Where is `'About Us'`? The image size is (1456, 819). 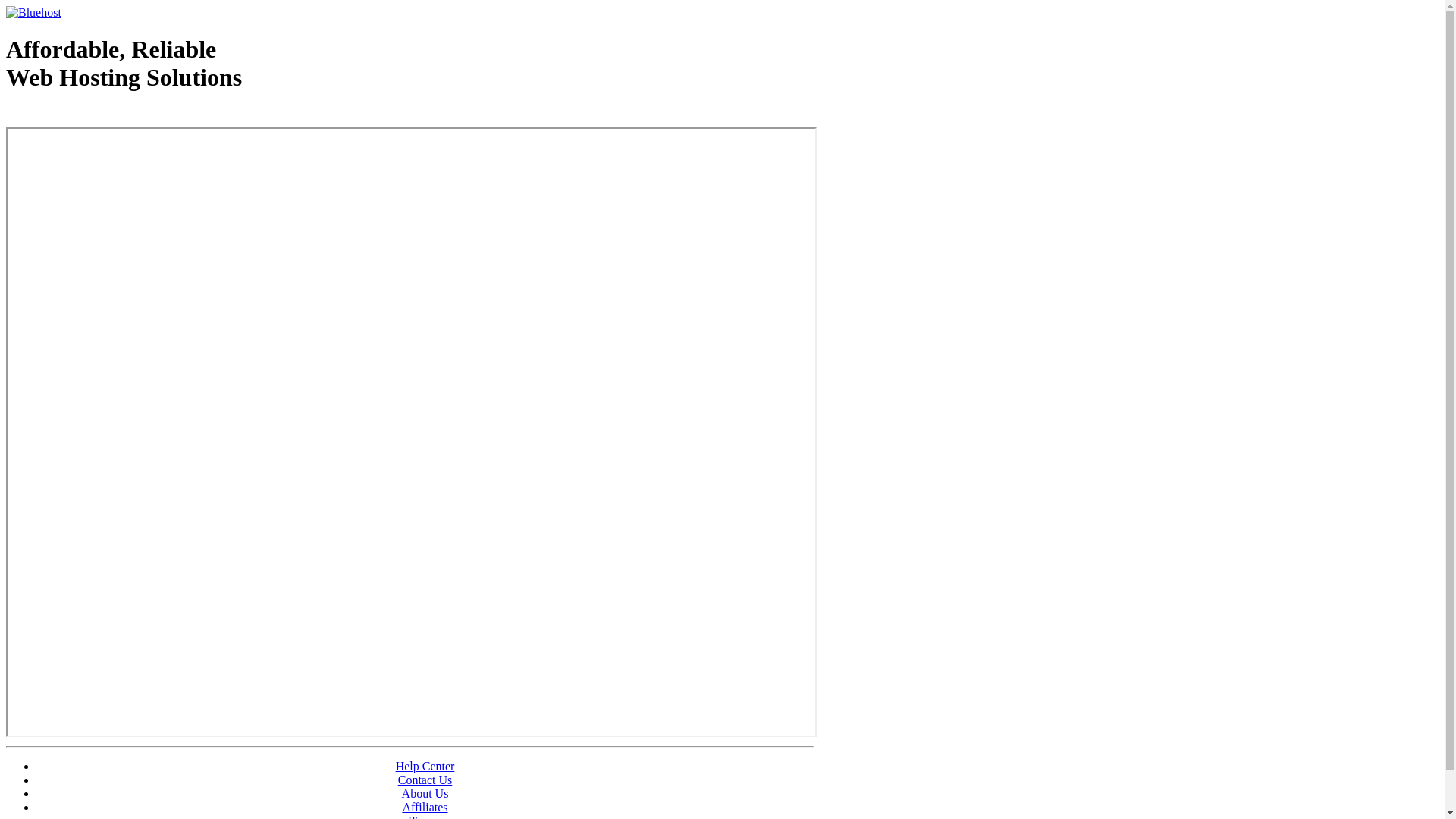
'About Us' is located at coordinates (425, 792).